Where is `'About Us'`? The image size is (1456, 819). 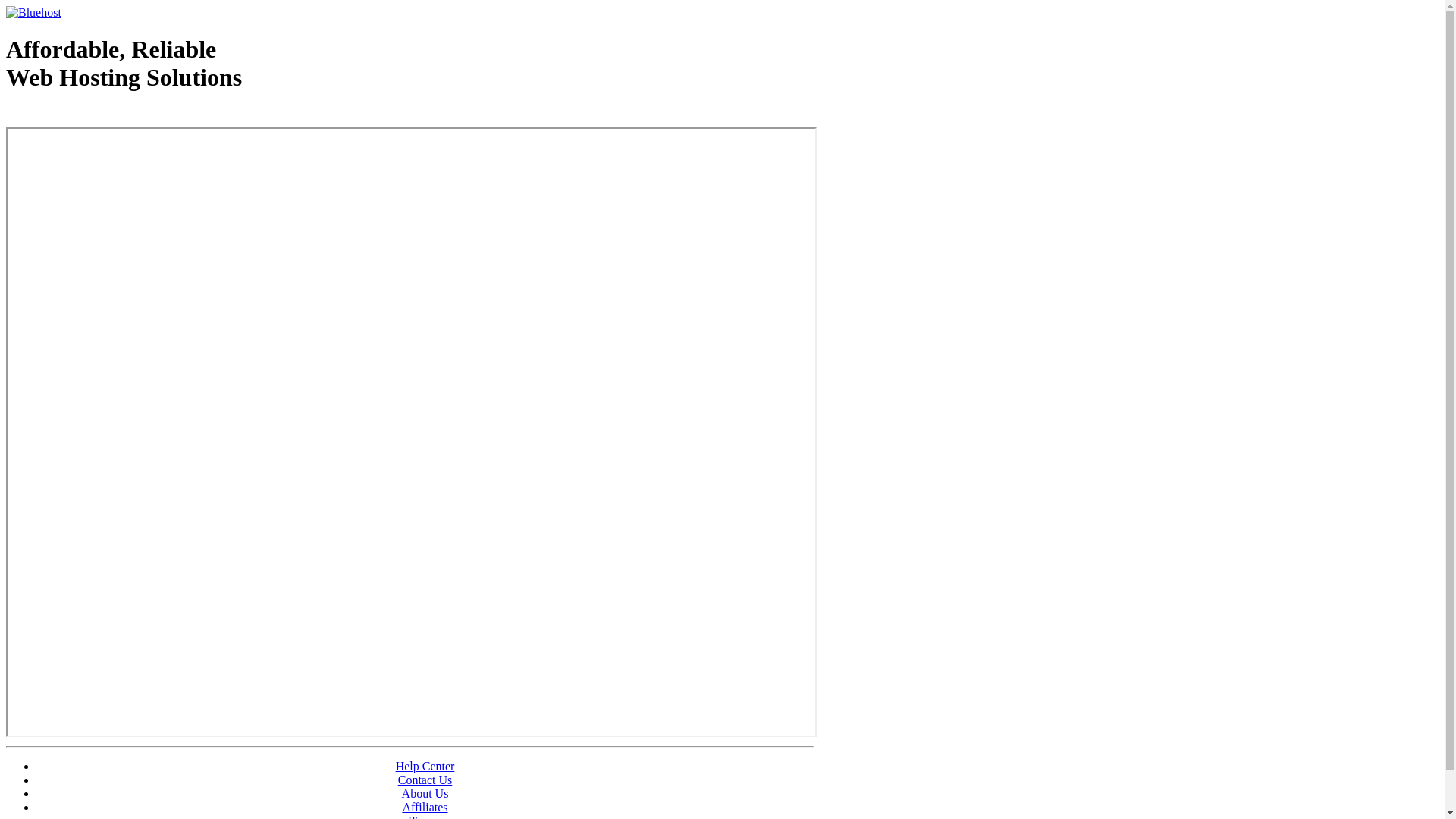
'About Us' is located at coordinates (425, 792).